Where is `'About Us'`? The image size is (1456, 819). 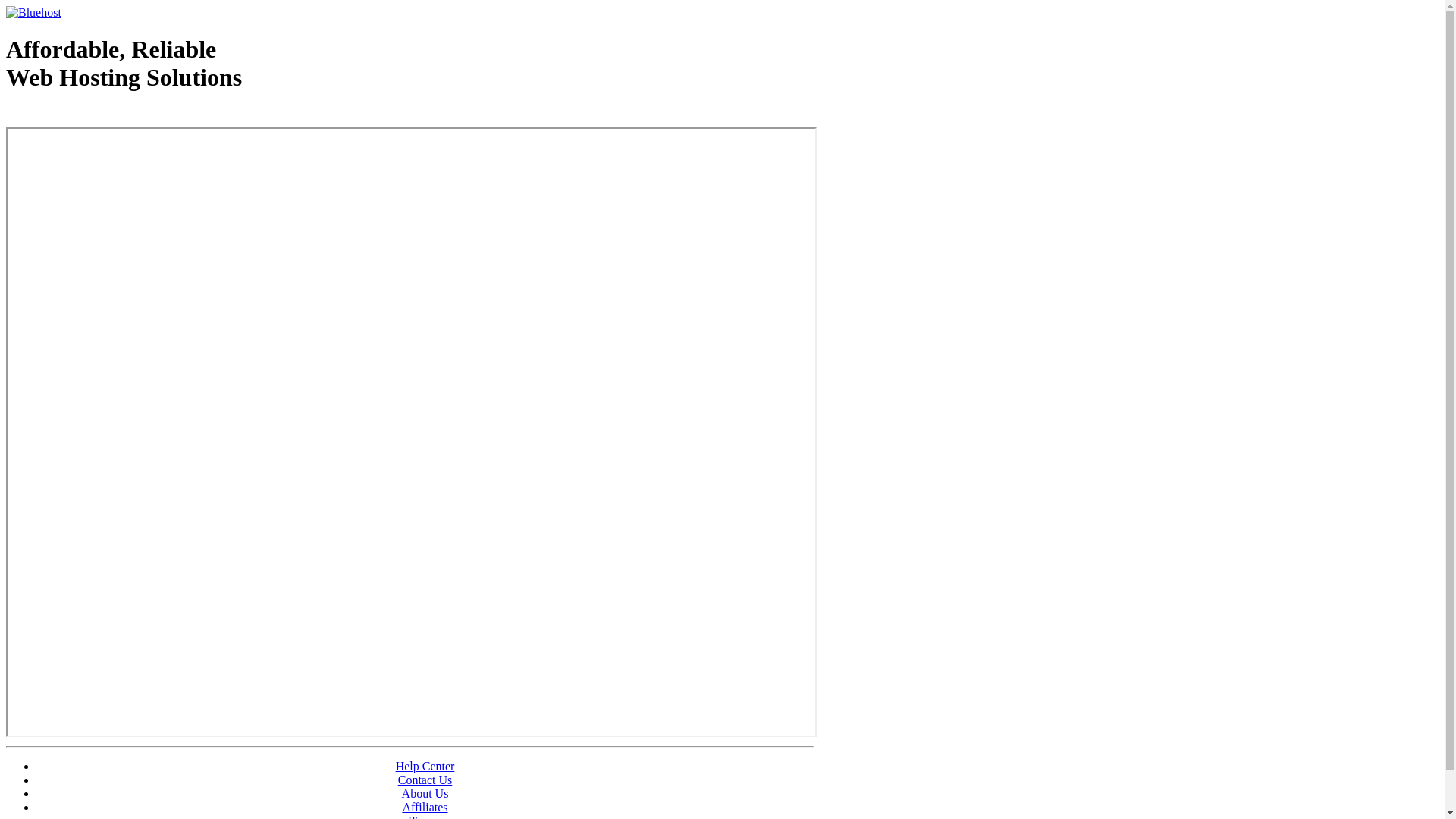
'About Us' is located at coordinates (425, 792).